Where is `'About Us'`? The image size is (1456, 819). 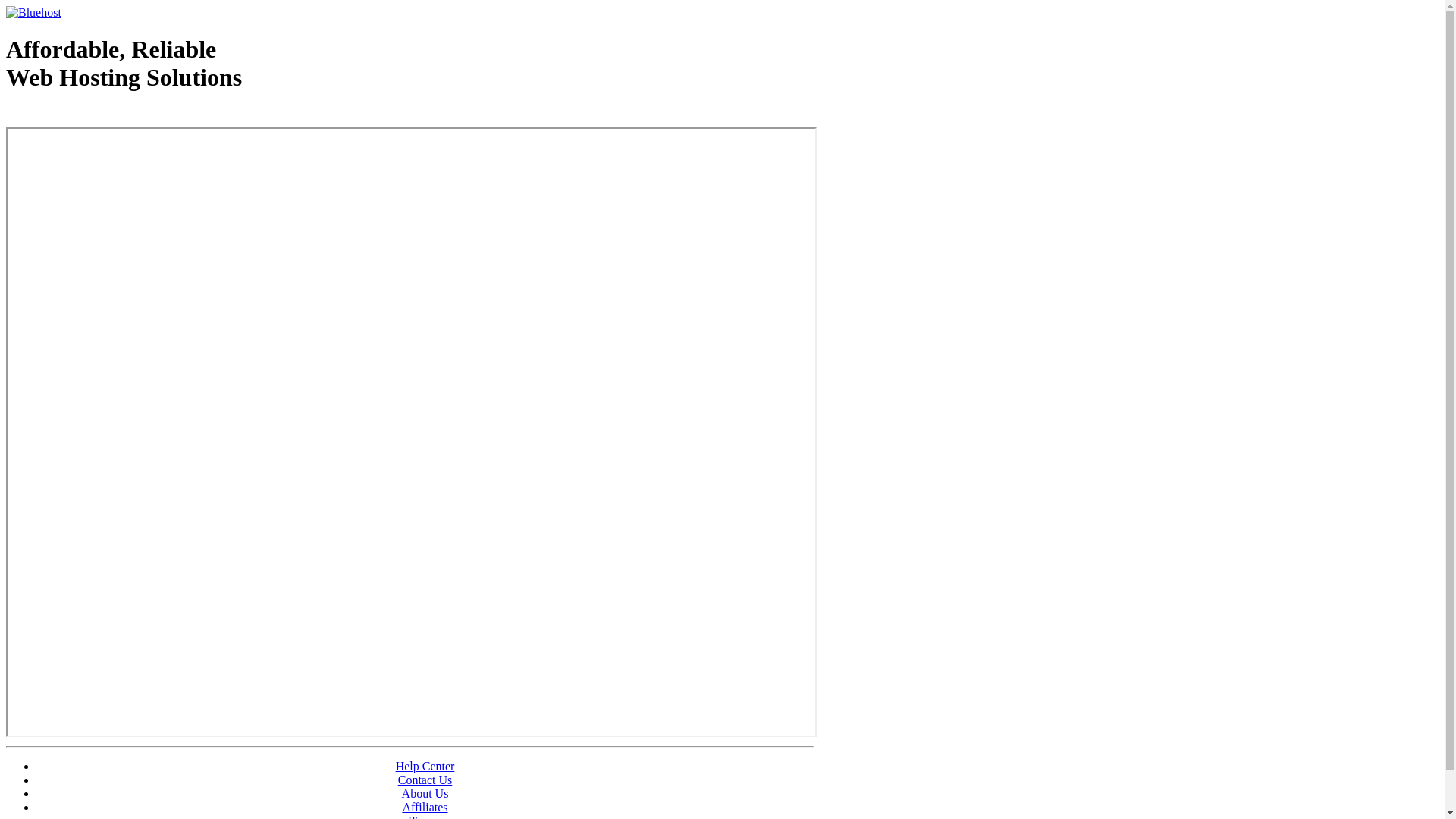
'About Us' is located at coordinates (425, 792).